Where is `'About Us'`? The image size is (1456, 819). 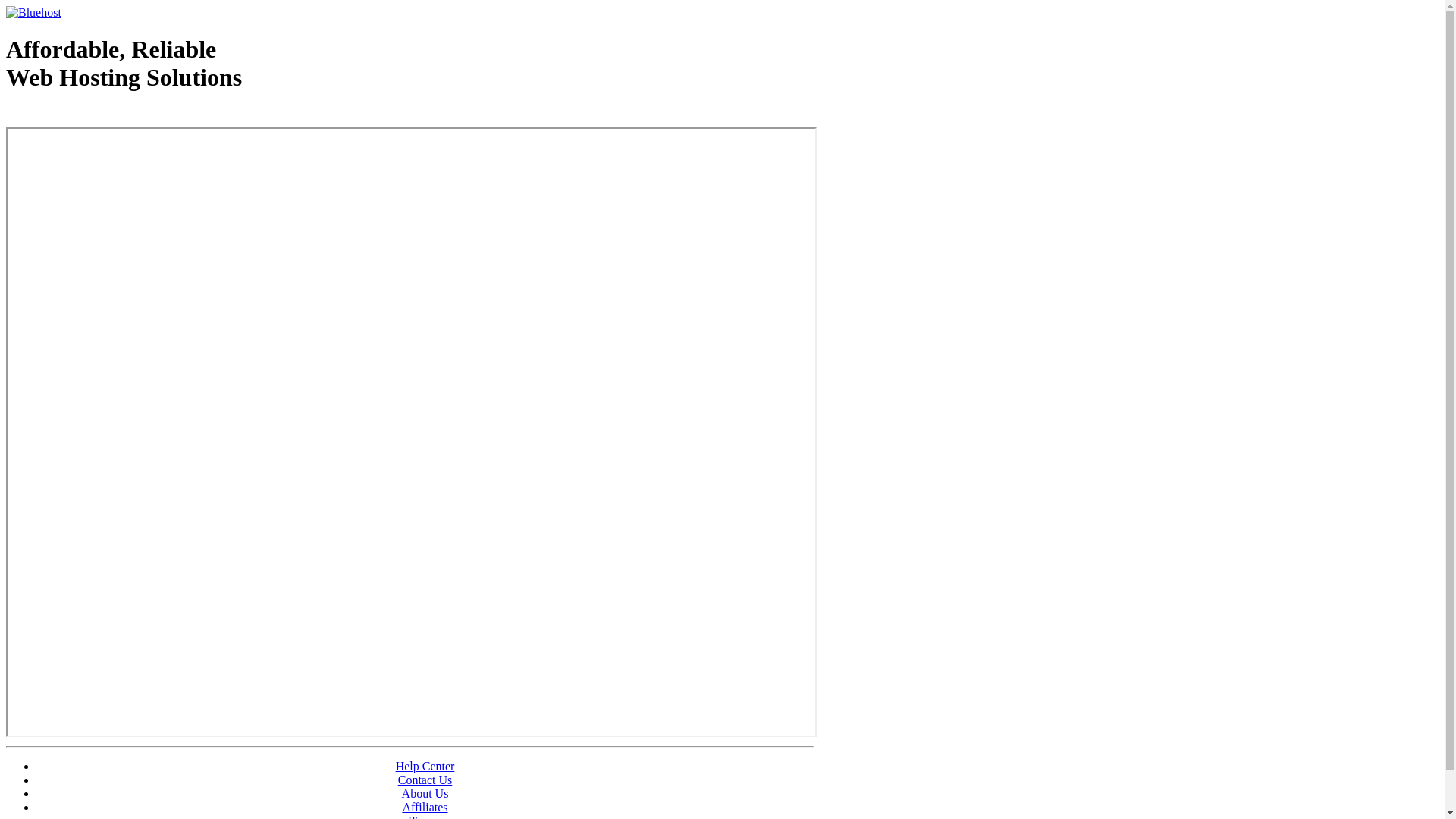
'About Us' is located at coordinates (425, 792).